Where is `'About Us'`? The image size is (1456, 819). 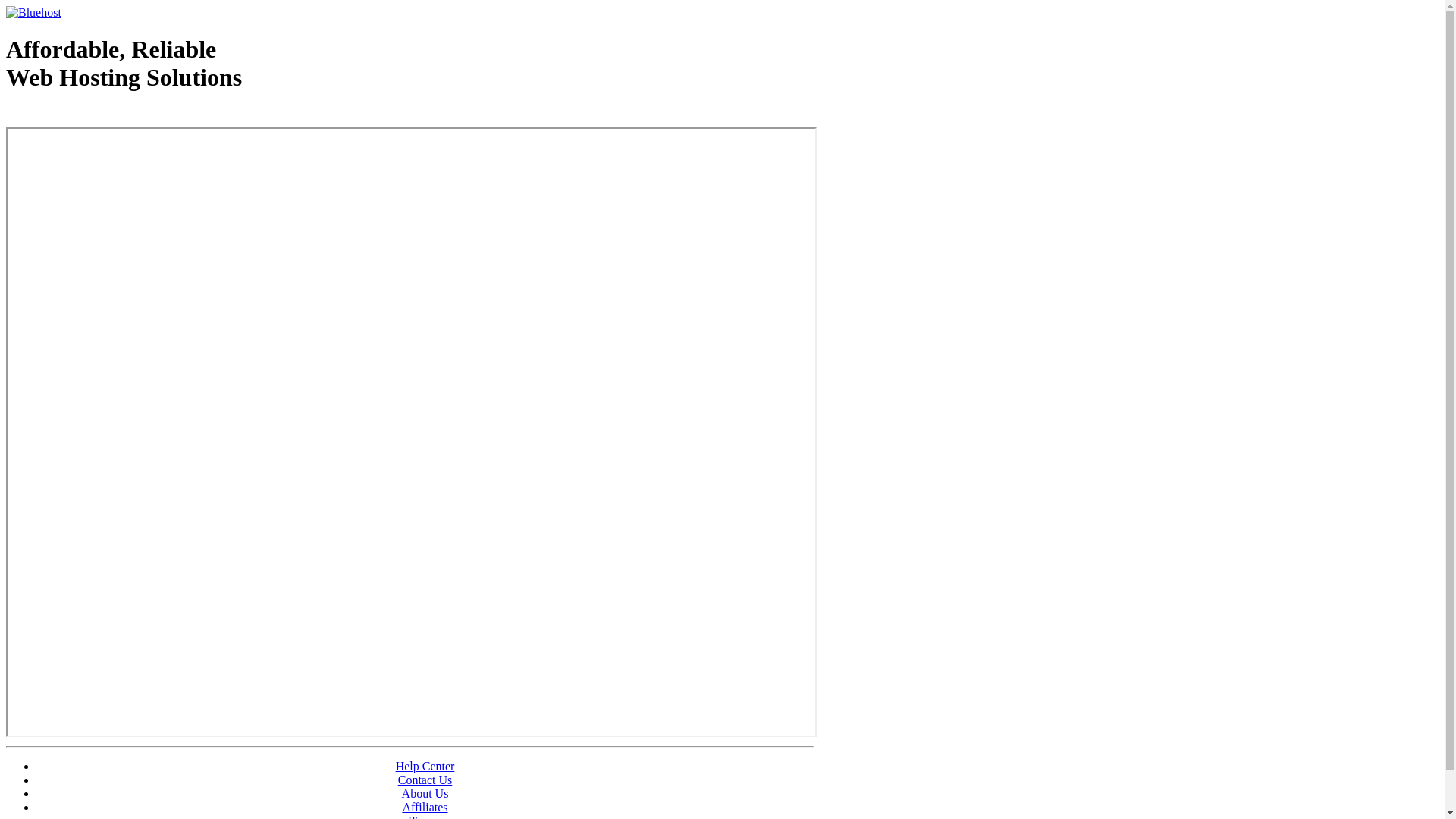
'About Us' is located at coordinates (425, 792).